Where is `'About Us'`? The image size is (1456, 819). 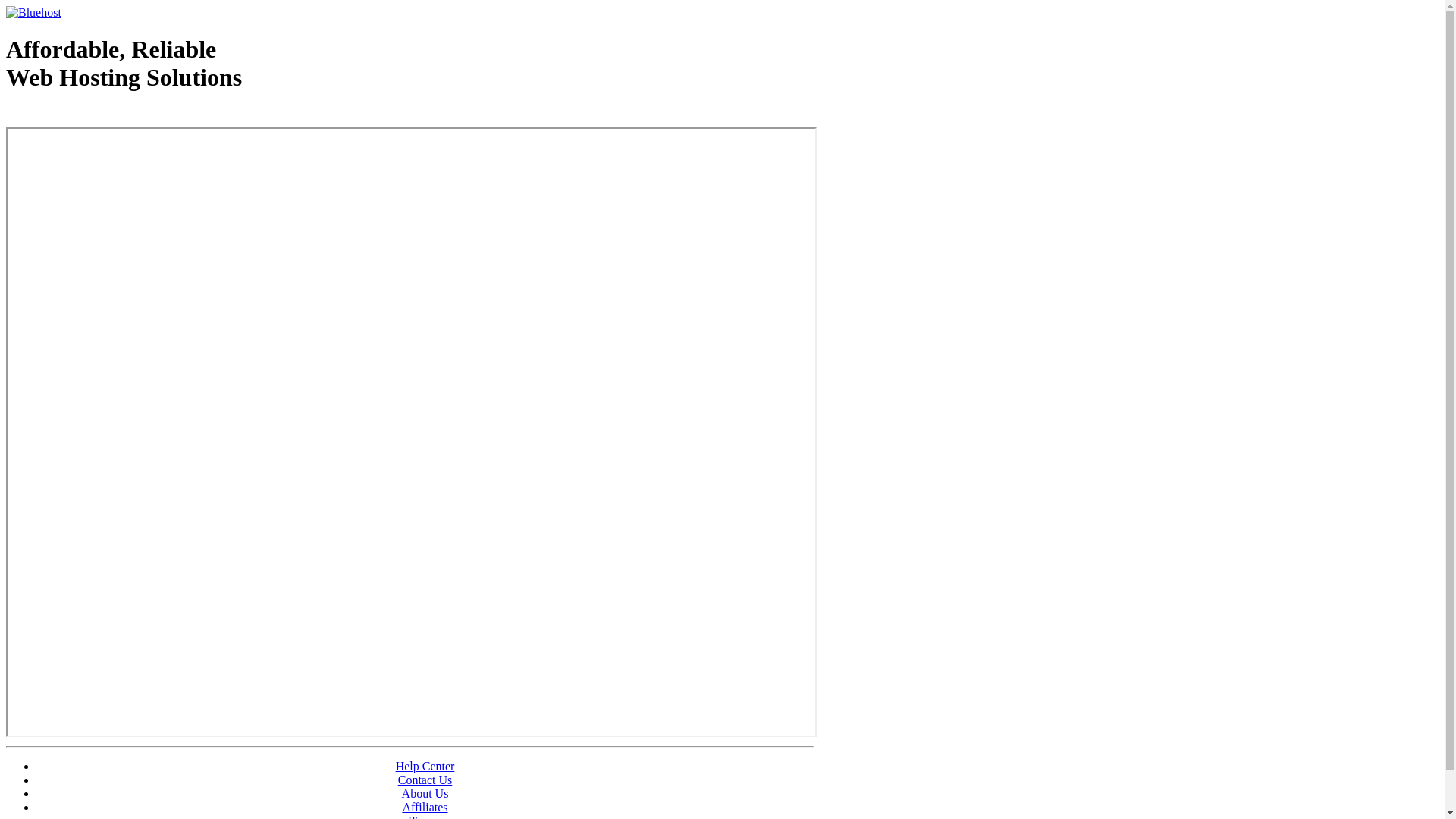
'About Us' is located at coordinates (425, 792).